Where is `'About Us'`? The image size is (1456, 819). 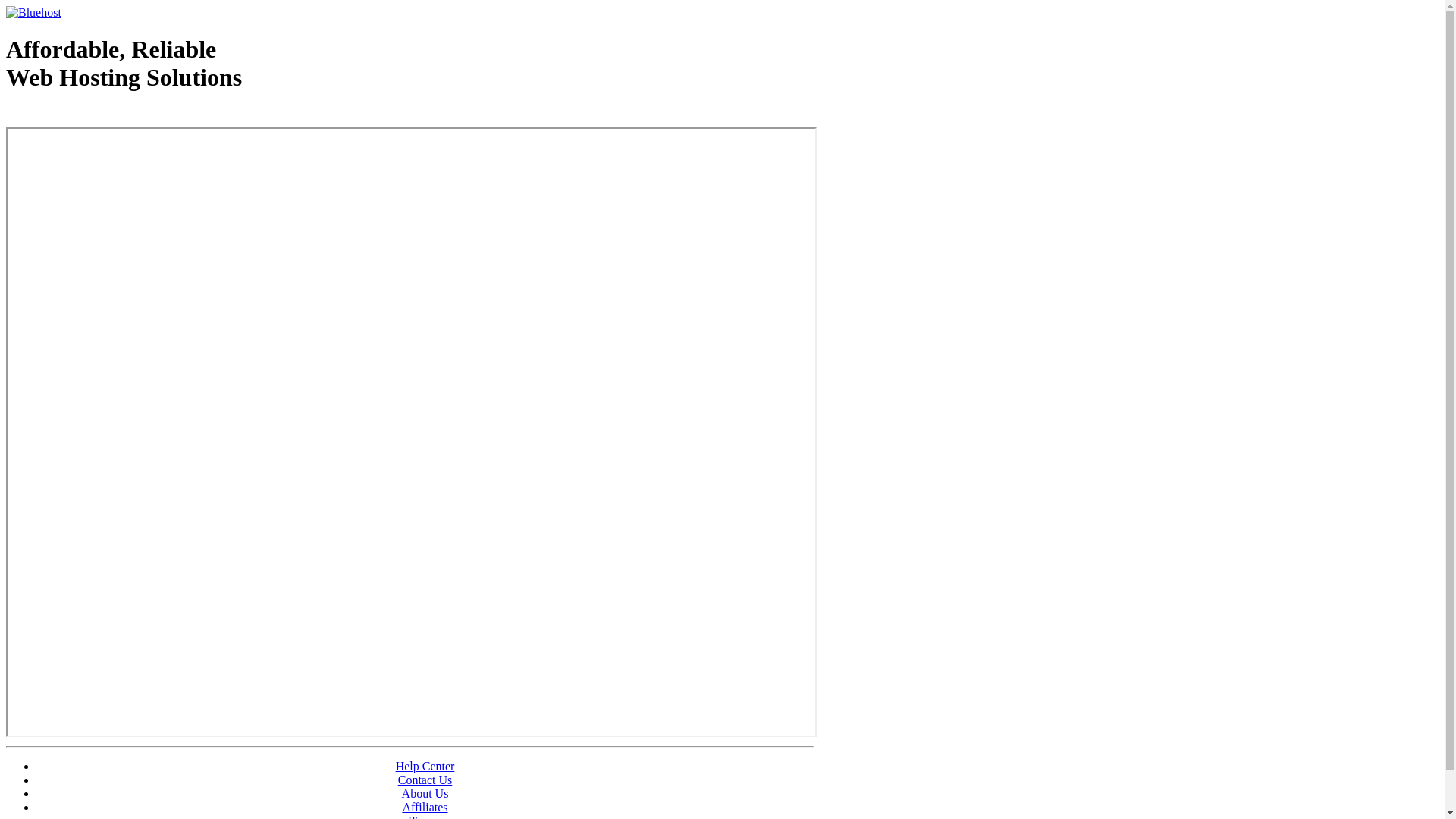
'About Us' is located at coordinates (425, 792).